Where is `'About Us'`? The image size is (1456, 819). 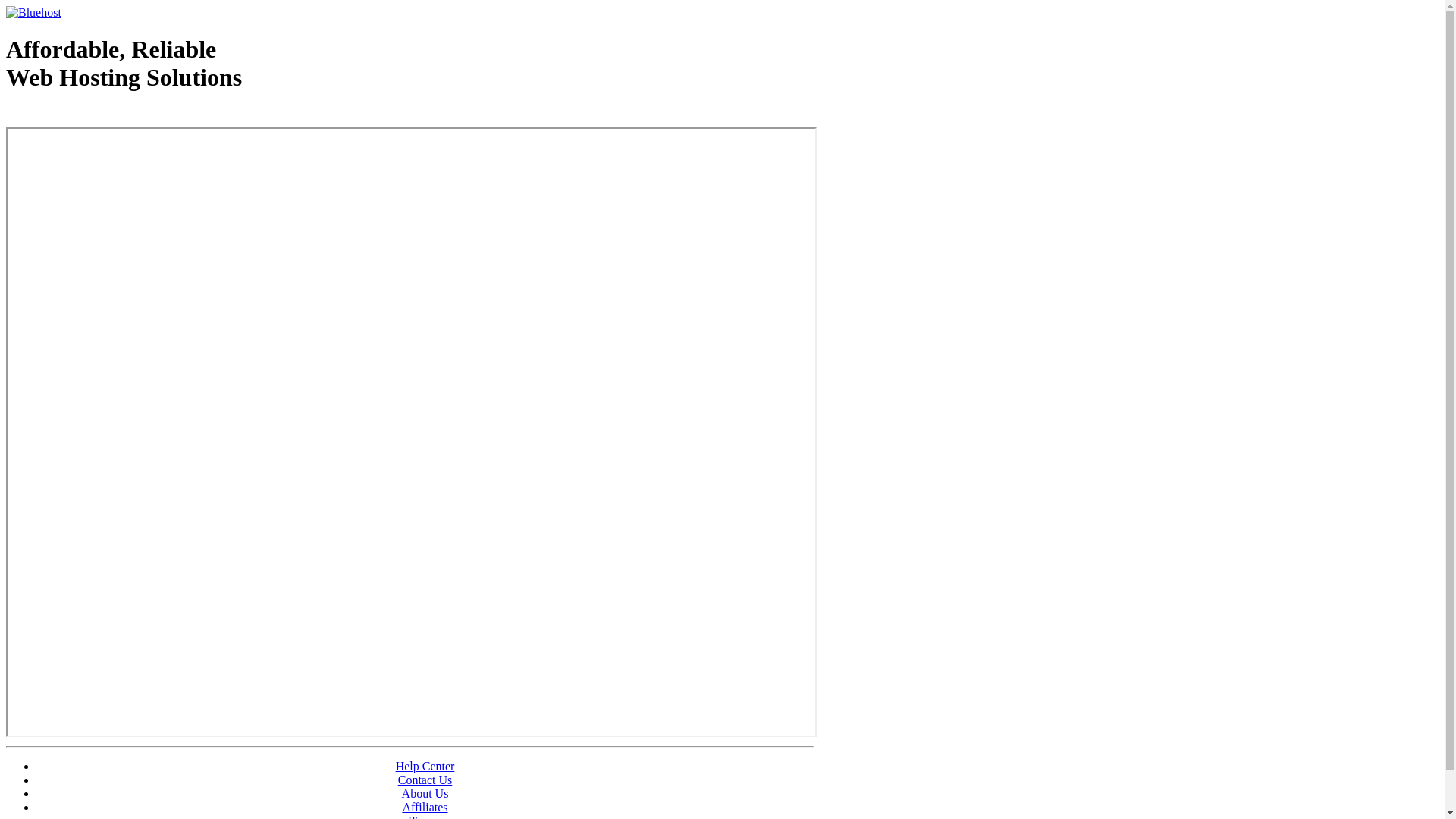
'About Us' is located at coordinates (425, 792).